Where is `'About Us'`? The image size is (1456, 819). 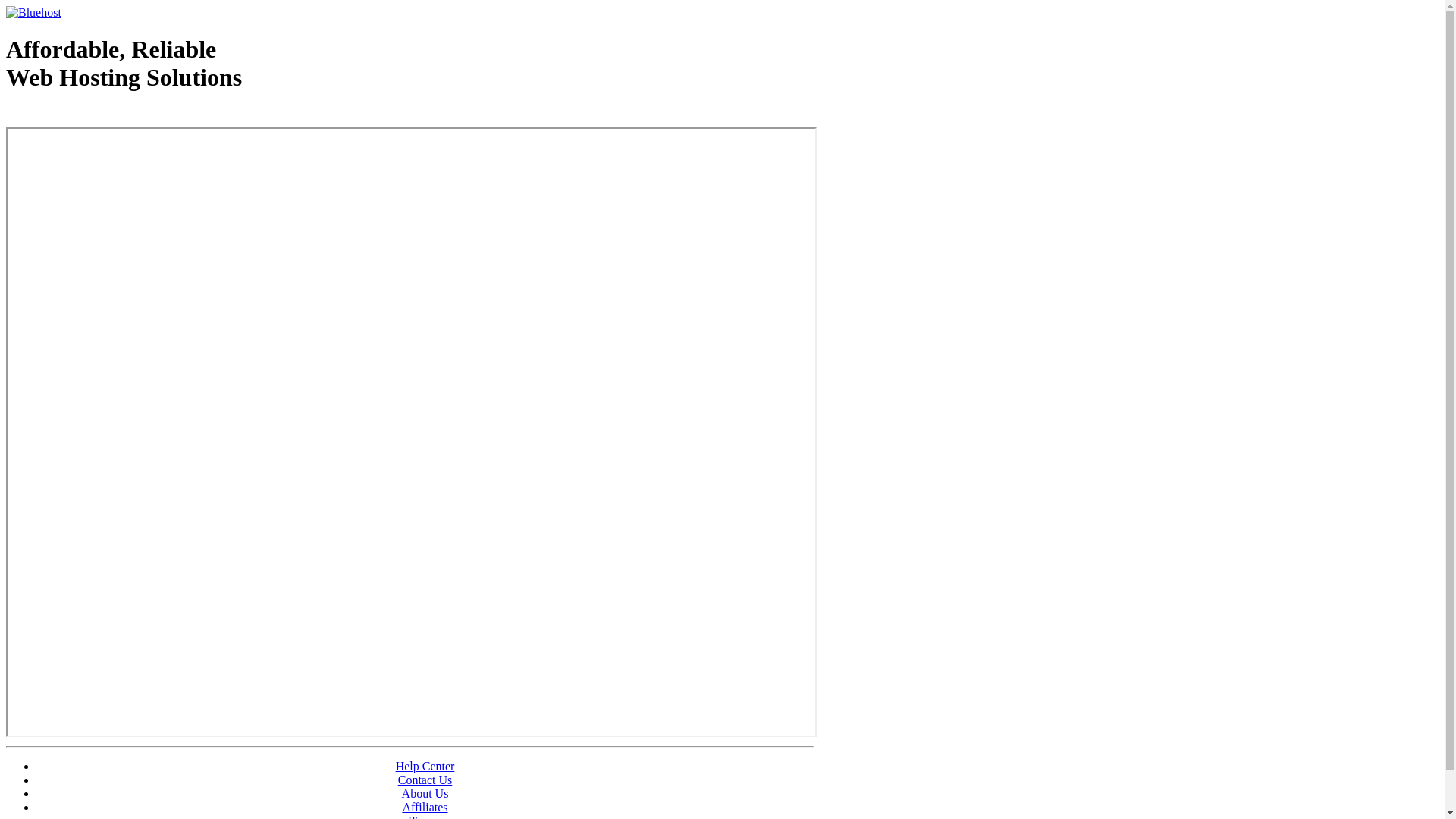
'About Us' is located at coordinates (425, 792).